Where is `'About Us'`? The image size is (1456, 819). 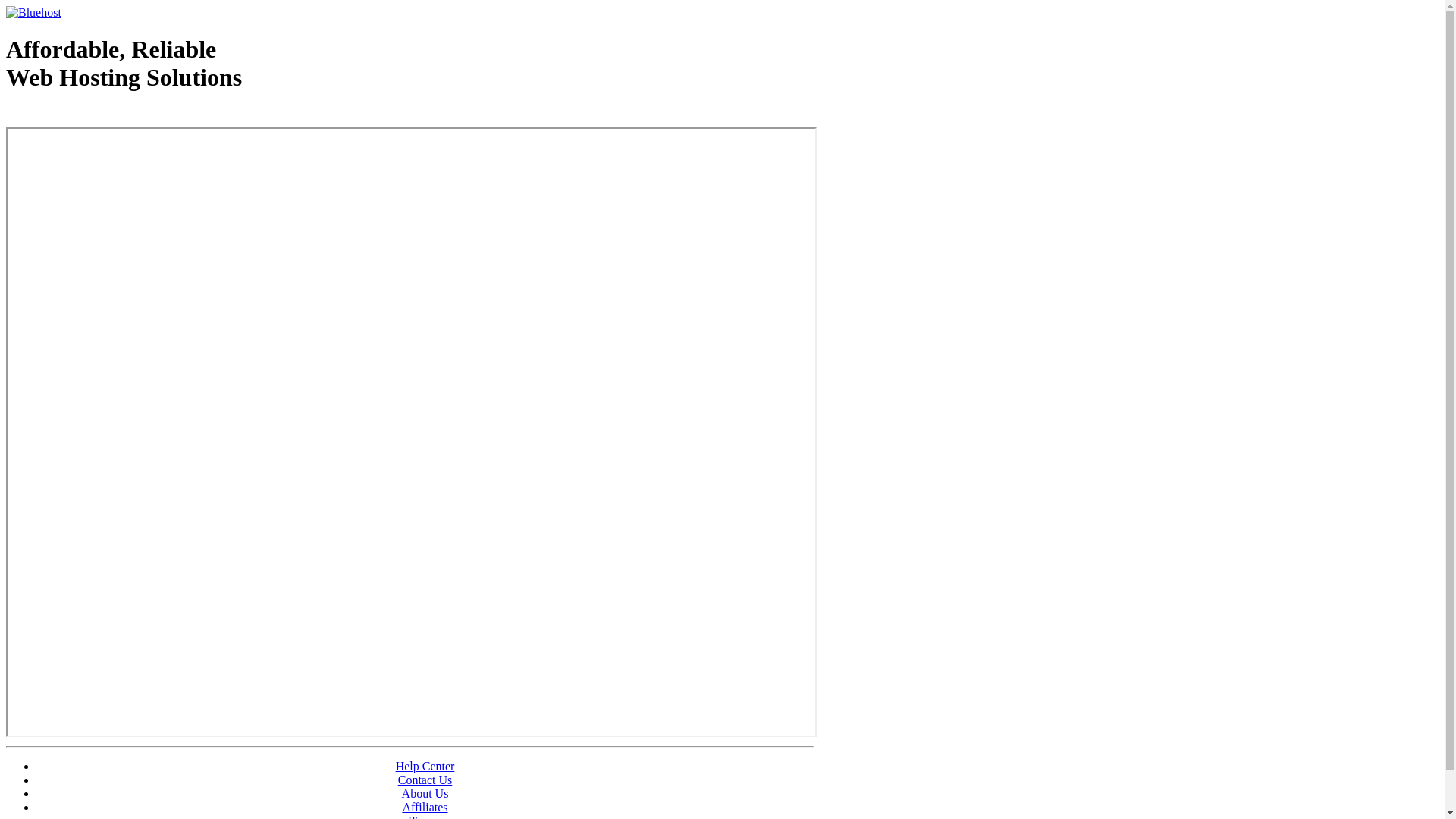
'About Us' is located at coordinates (425, 792).